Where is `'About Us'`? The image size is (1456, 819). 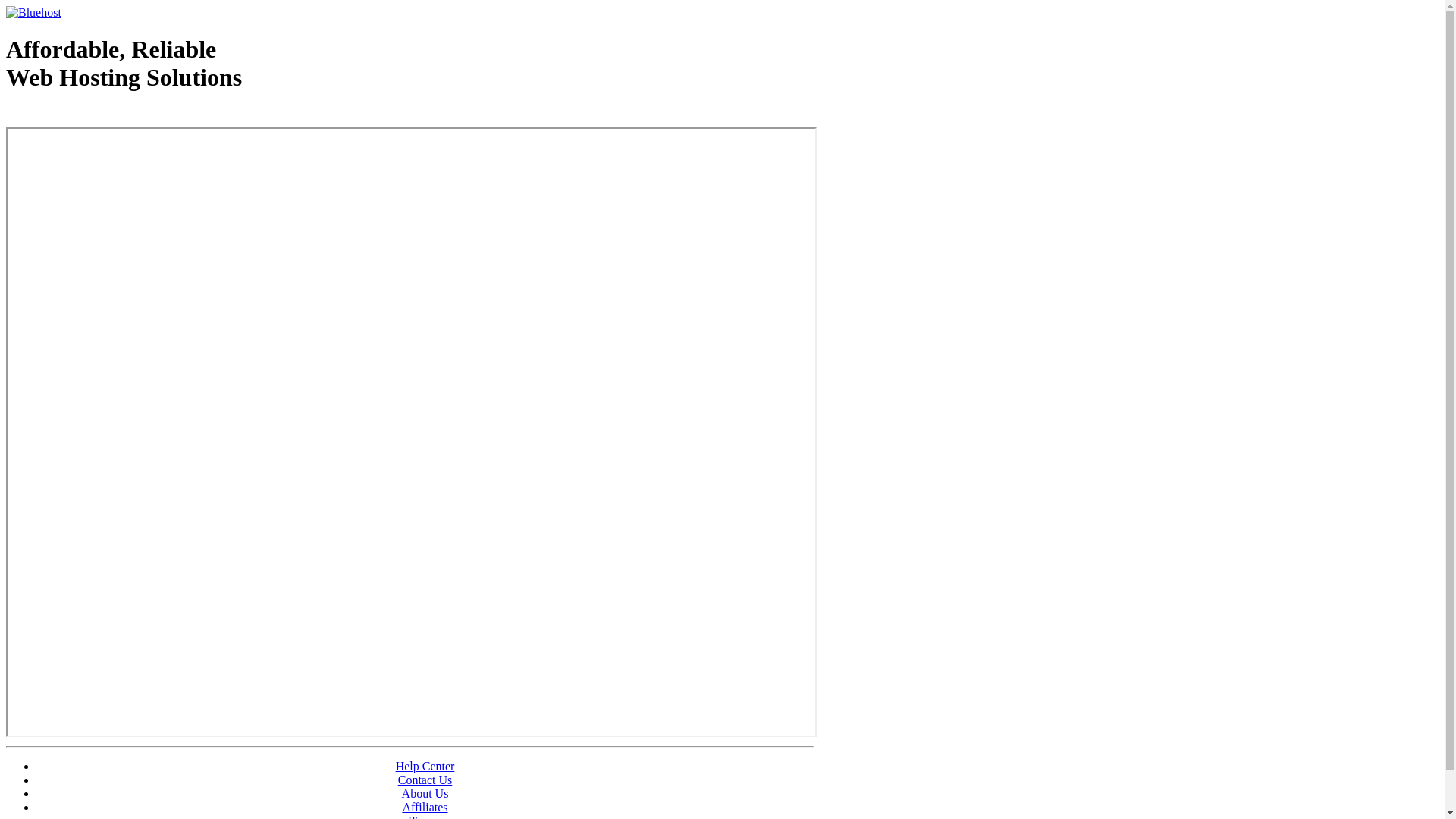
'About Us' is located at coordinates (425, 792).